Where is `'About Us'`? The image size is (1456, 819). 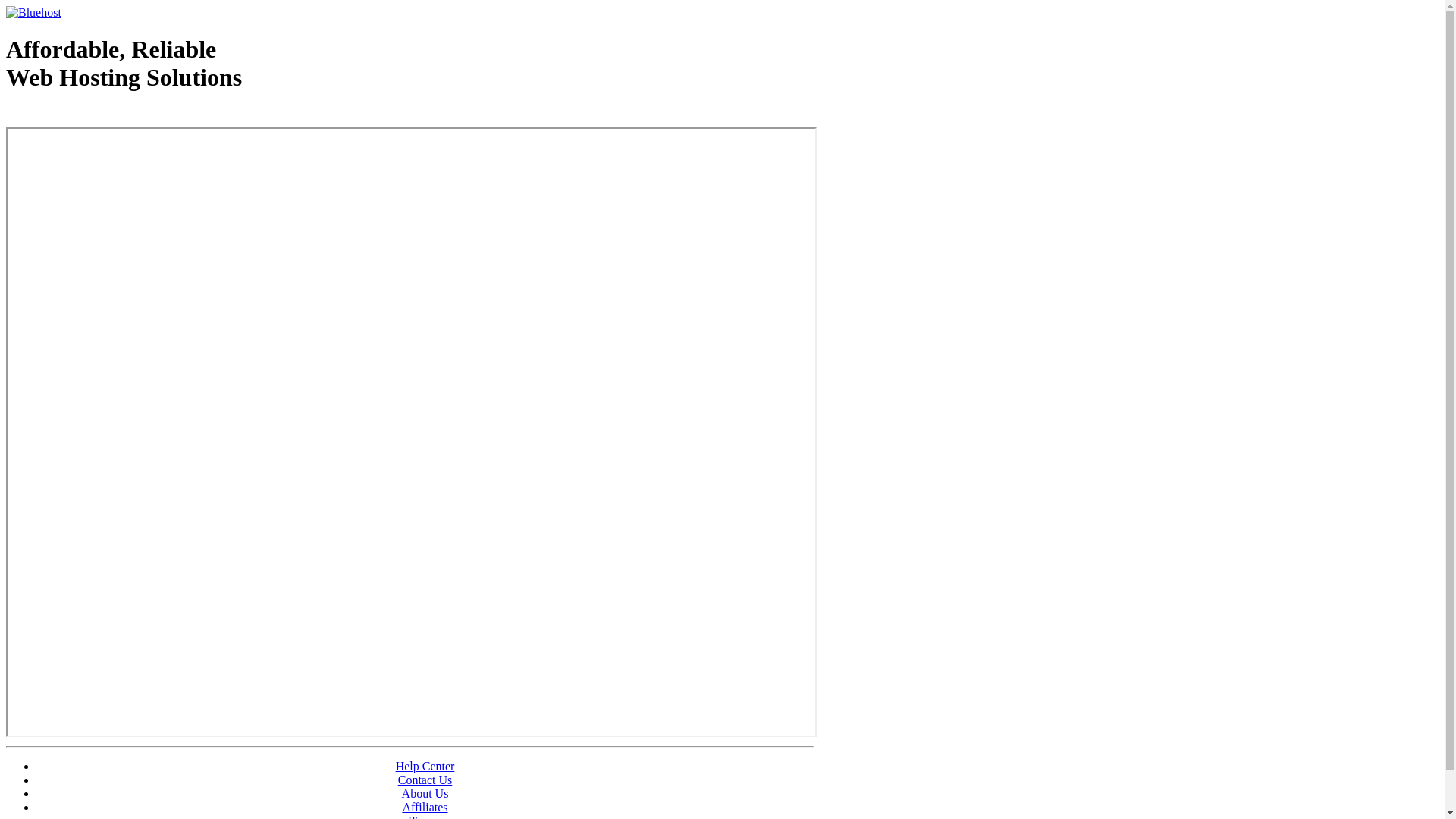
'About Us' is located at coordinates (425, 792).